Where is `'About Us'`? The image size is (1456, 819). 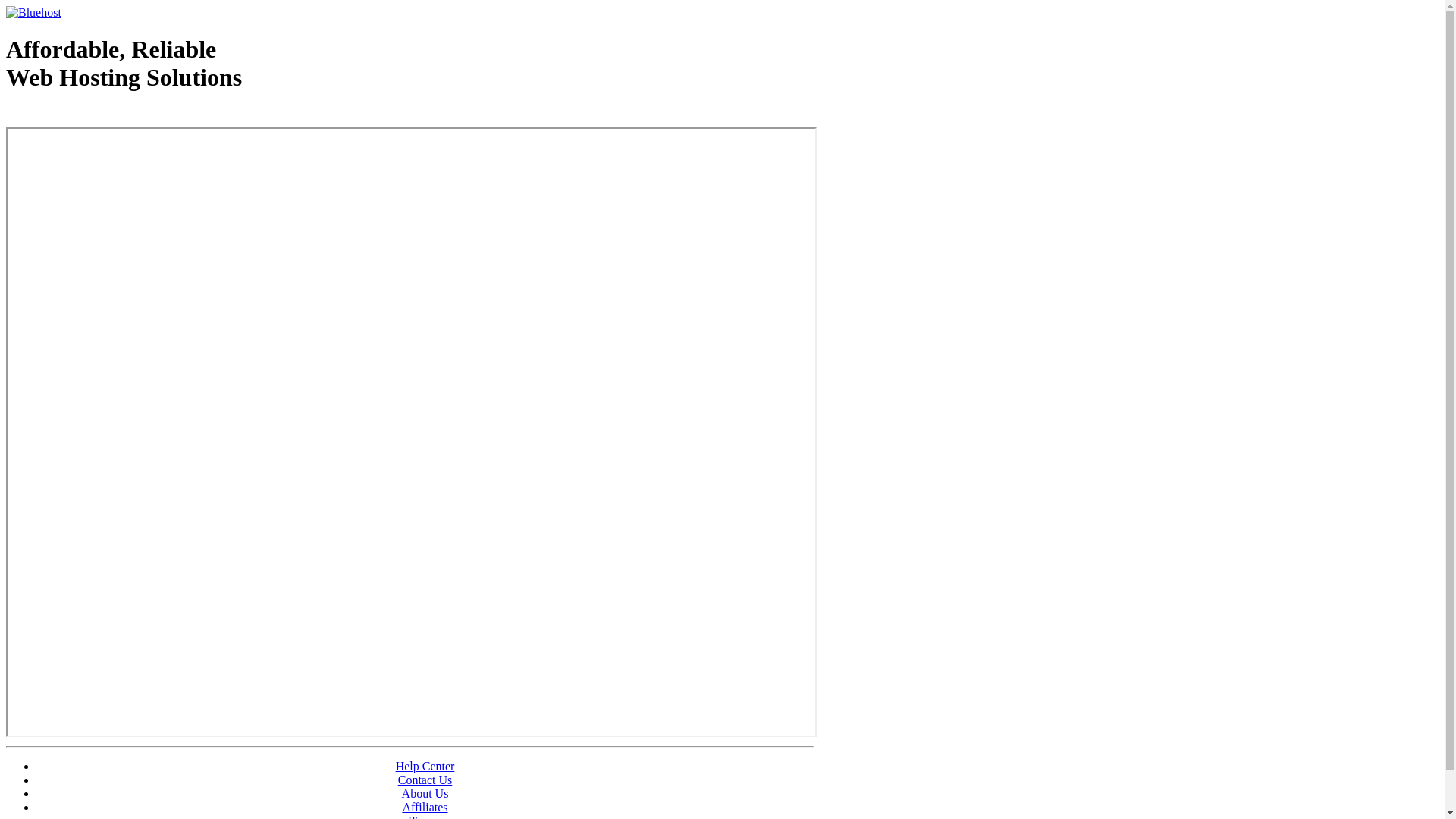
'About Us' is located at coordinates (425, 792).